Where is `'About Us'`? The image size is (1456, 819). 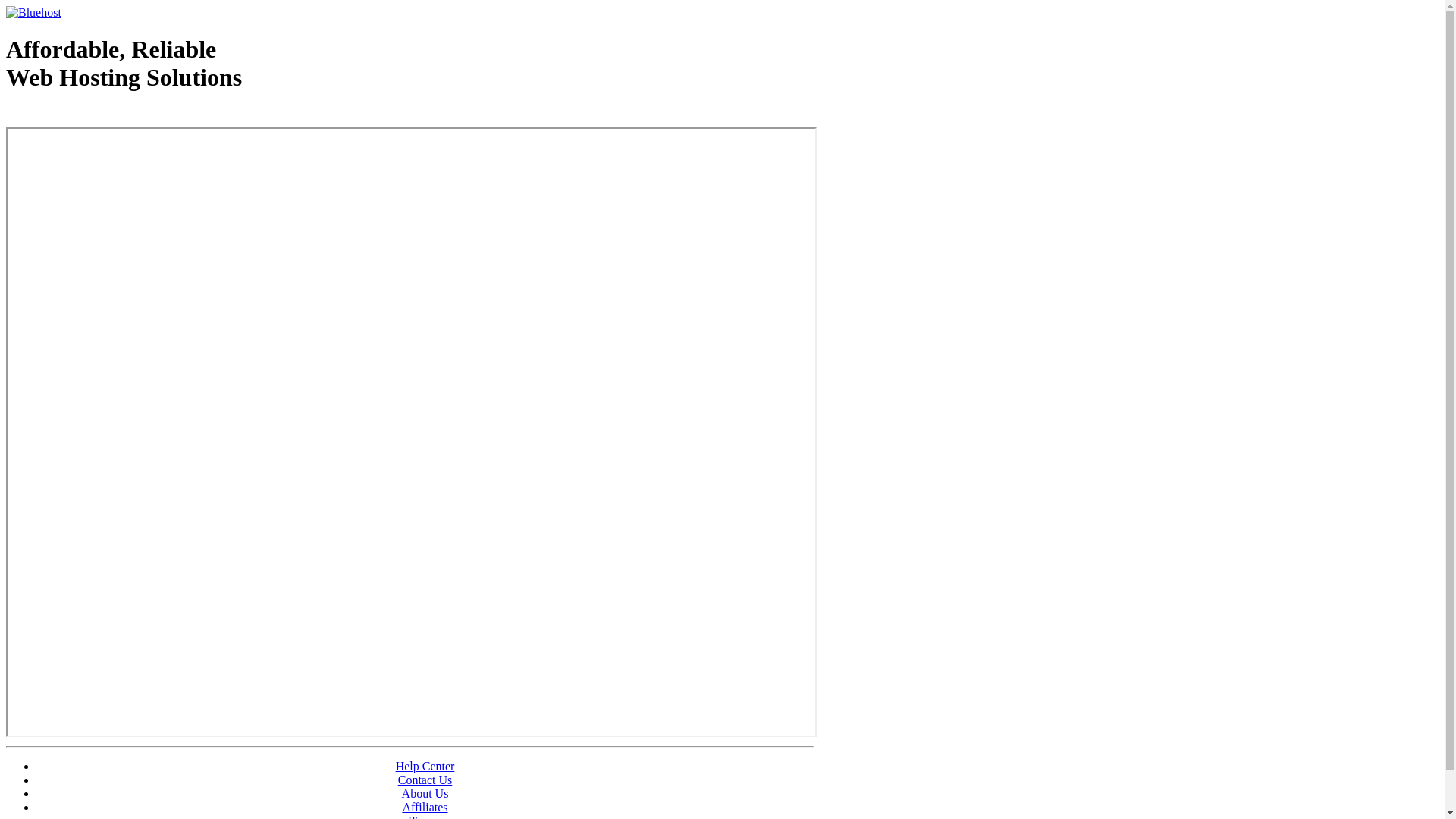
'About Us' is located at coordinates (425, 792).